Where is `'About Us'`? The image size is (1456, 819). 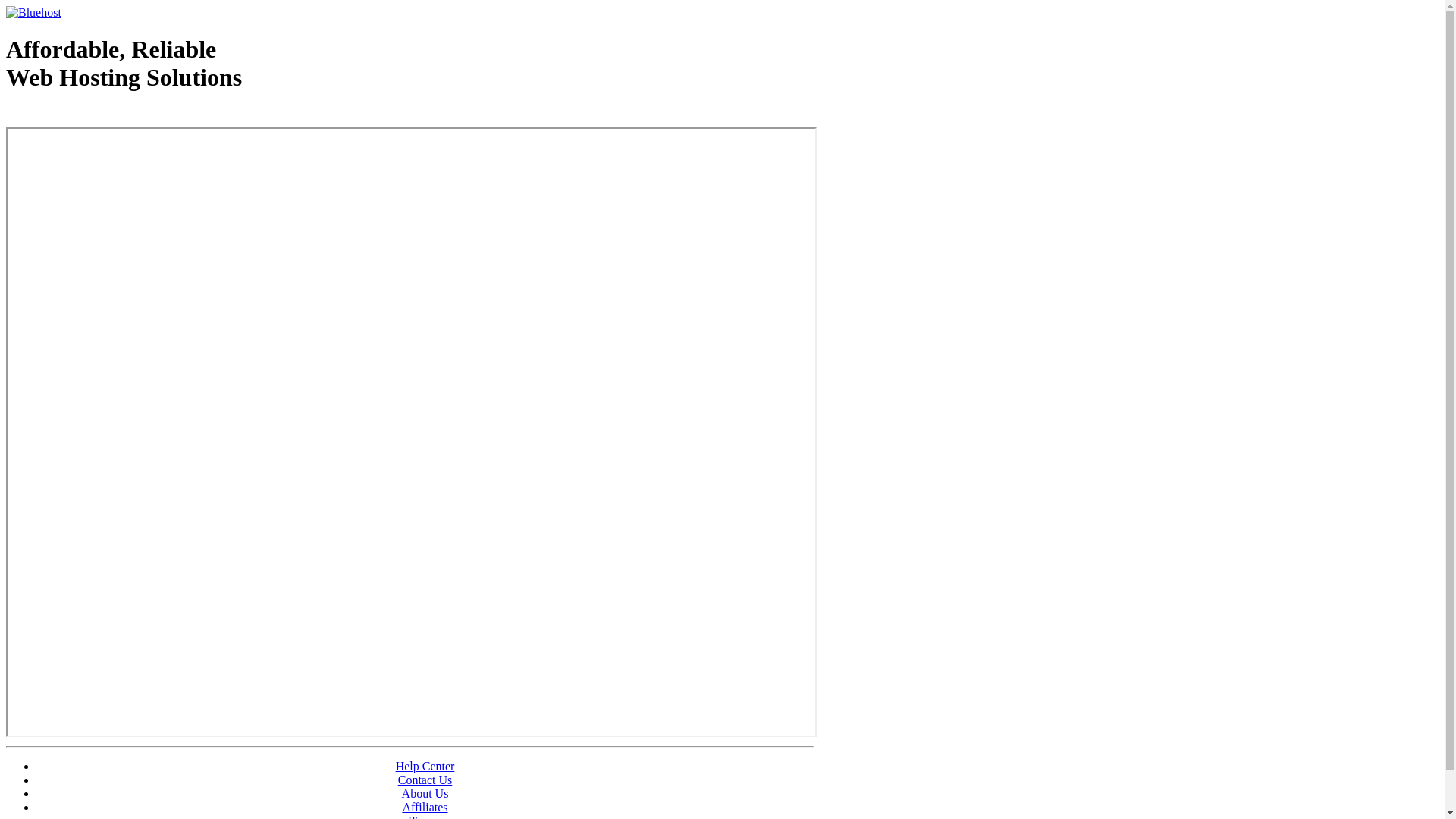
'About Us' is located at coordinates (425, 792).